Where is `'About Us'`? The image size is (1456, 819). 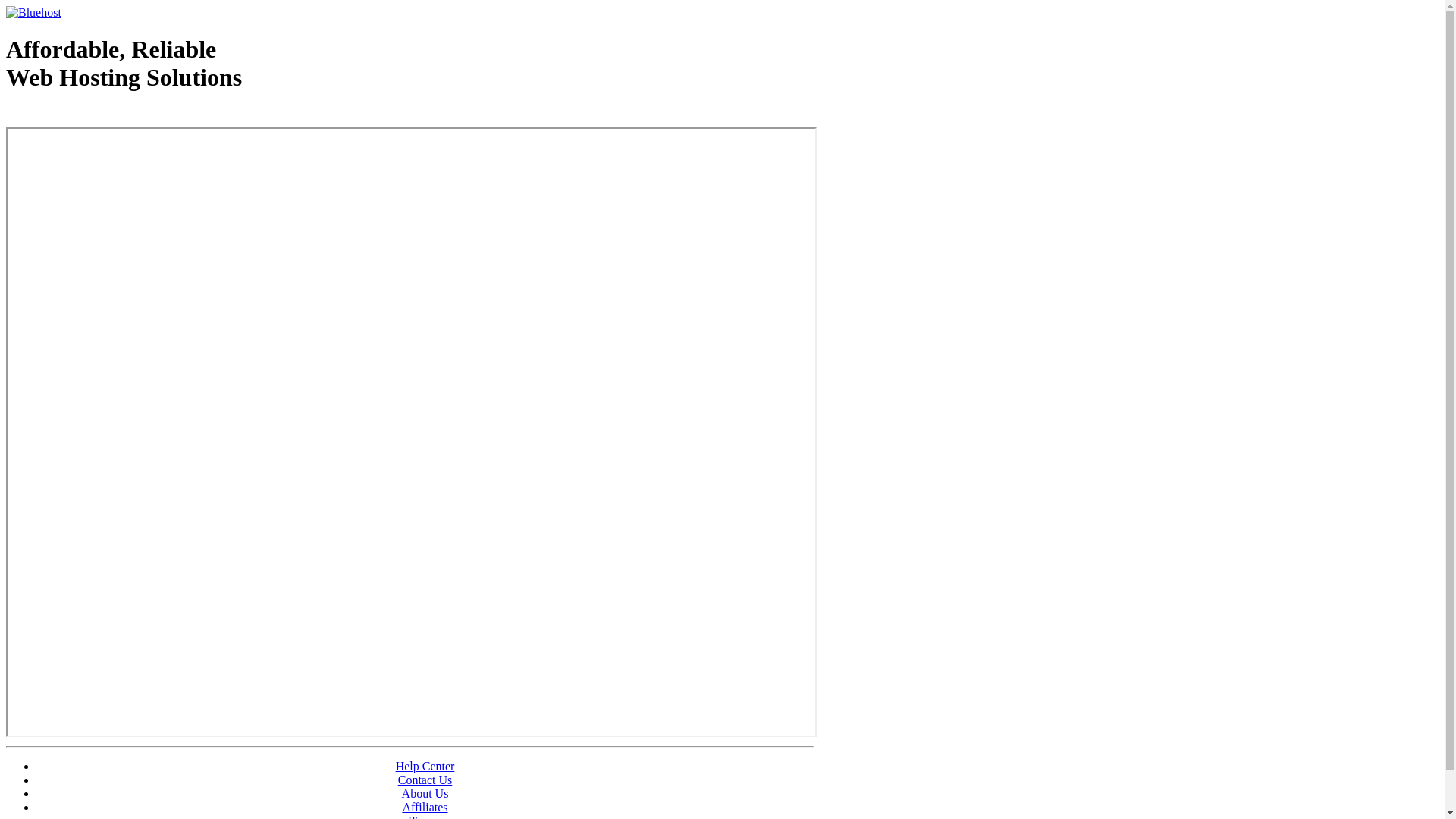
'About Us' is located at coordinates (425, 792).